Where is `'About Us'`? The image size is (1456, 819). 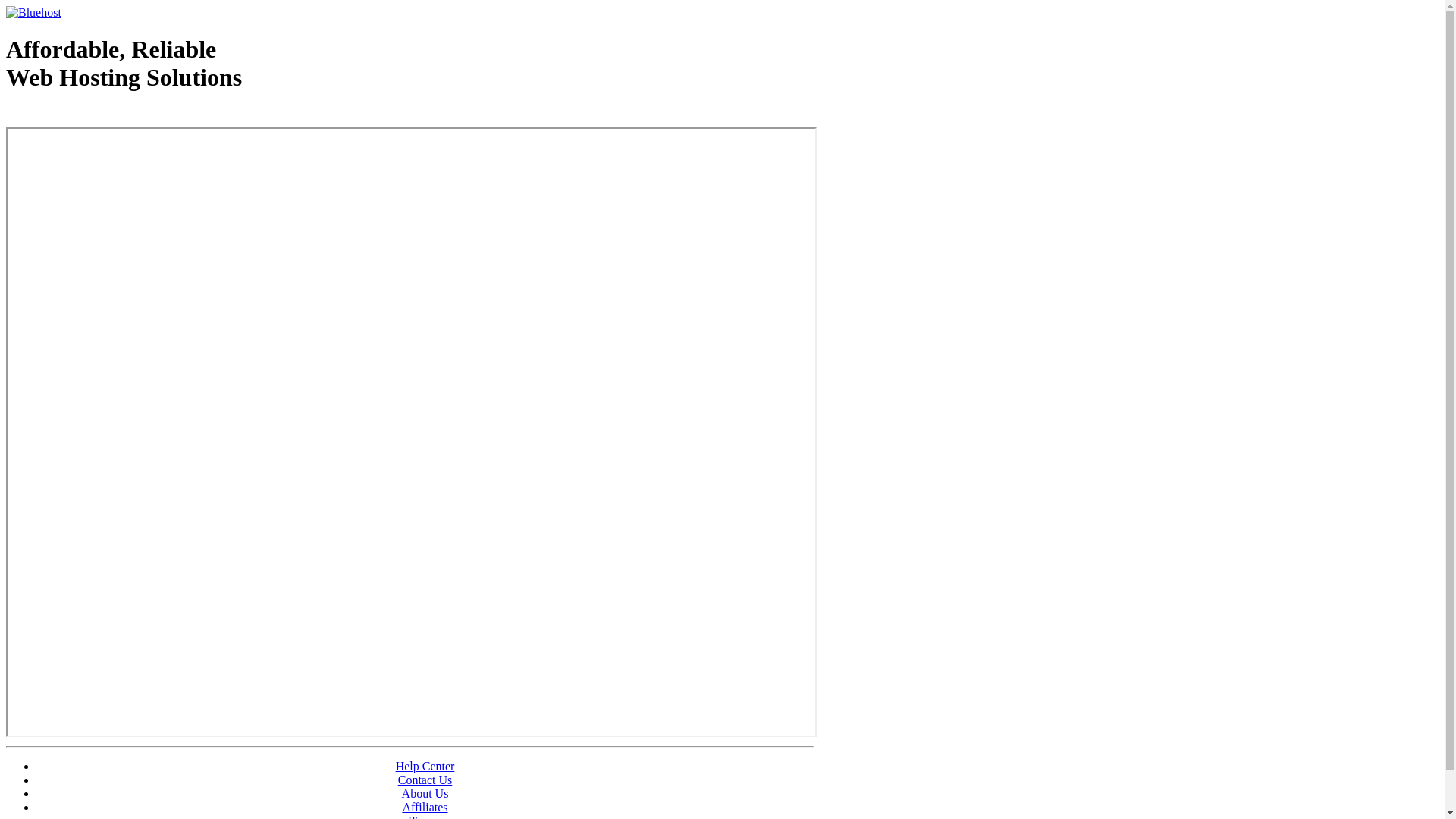
'About Us' is located at coordinates (425, 792).